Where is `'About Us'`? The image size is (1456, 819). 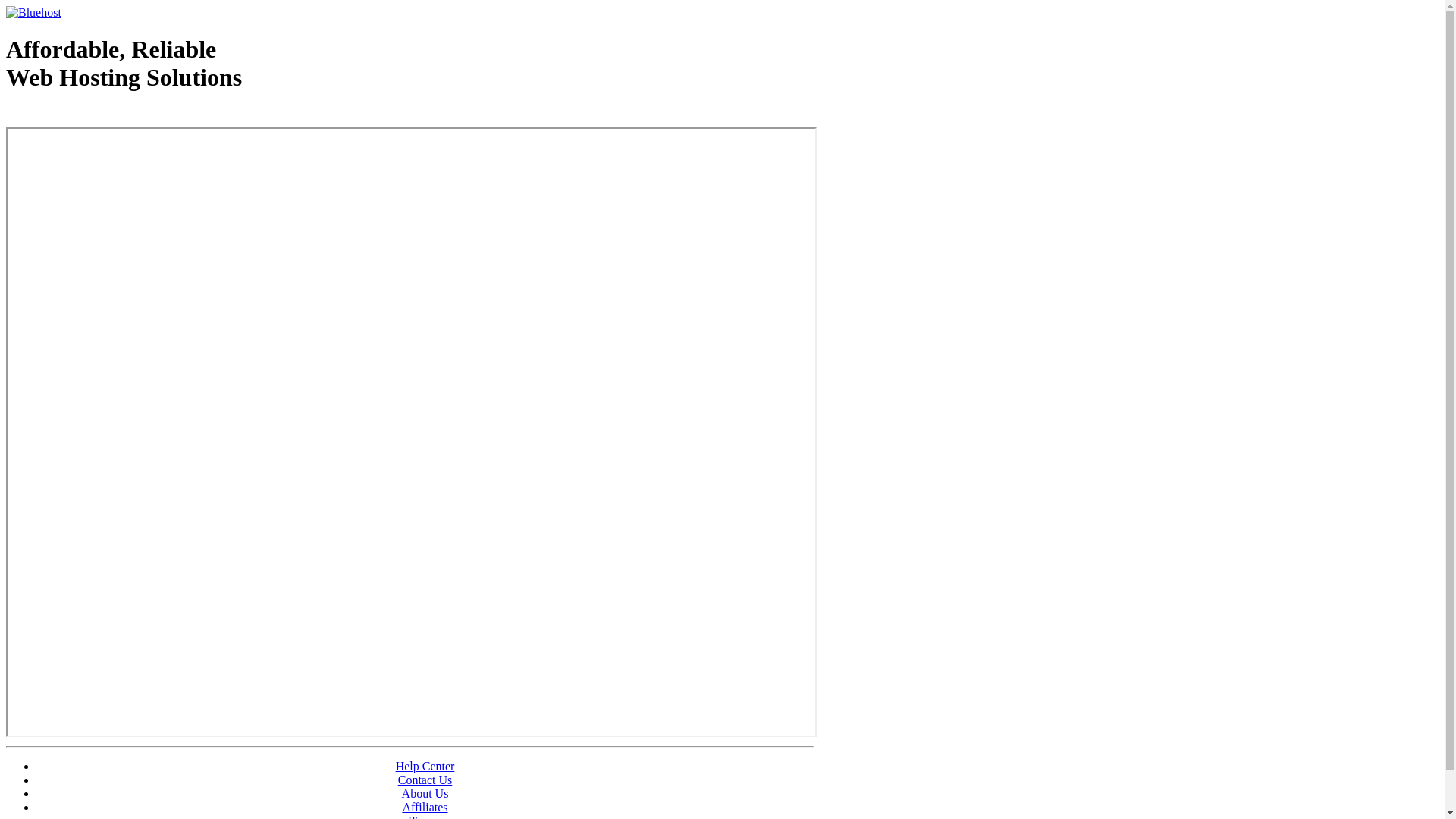
'About Us' is located at coordinates (425, 792).